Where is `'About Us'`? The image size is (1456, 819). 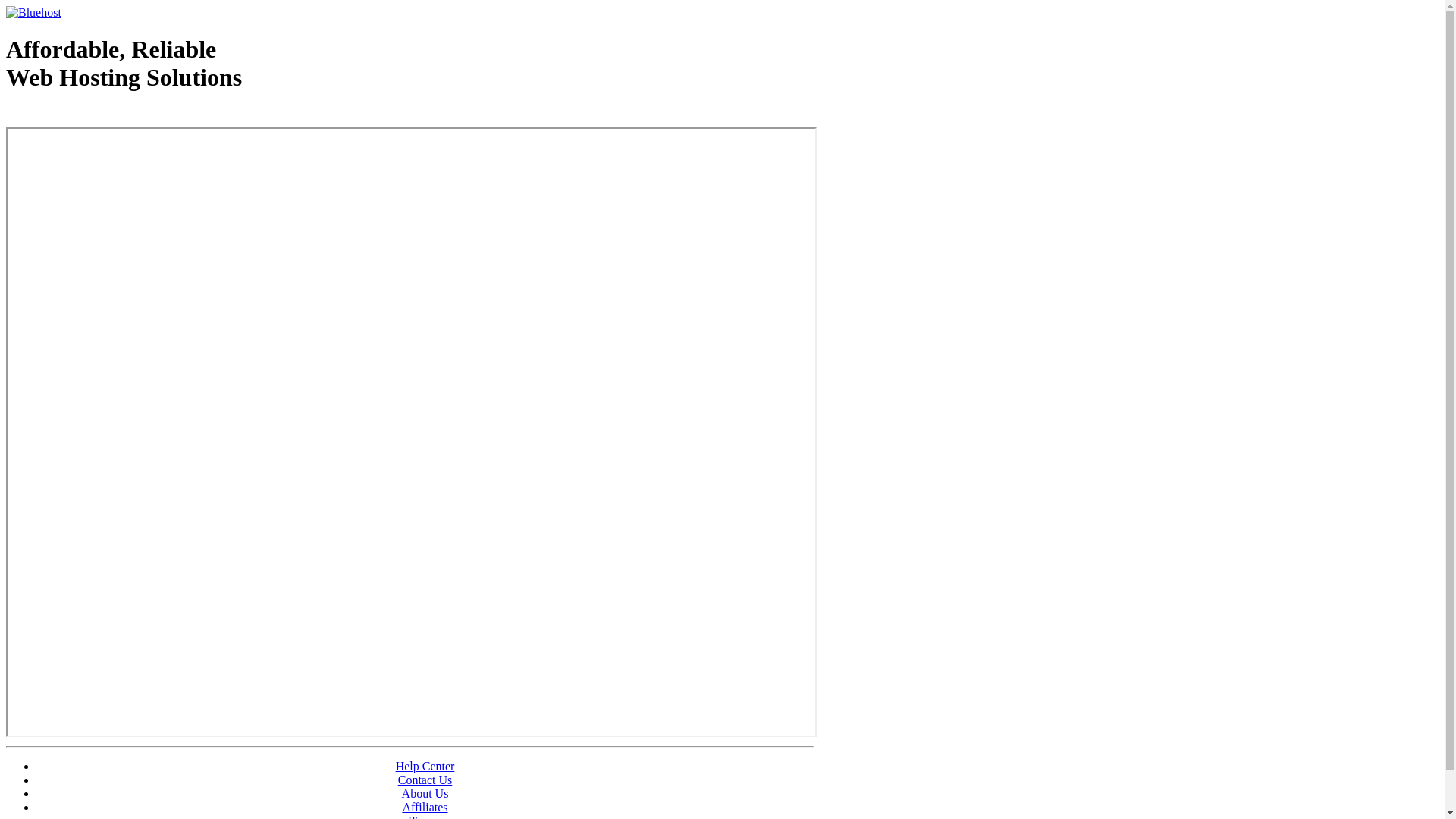
'About Us' is located at coordinates (425, 792).